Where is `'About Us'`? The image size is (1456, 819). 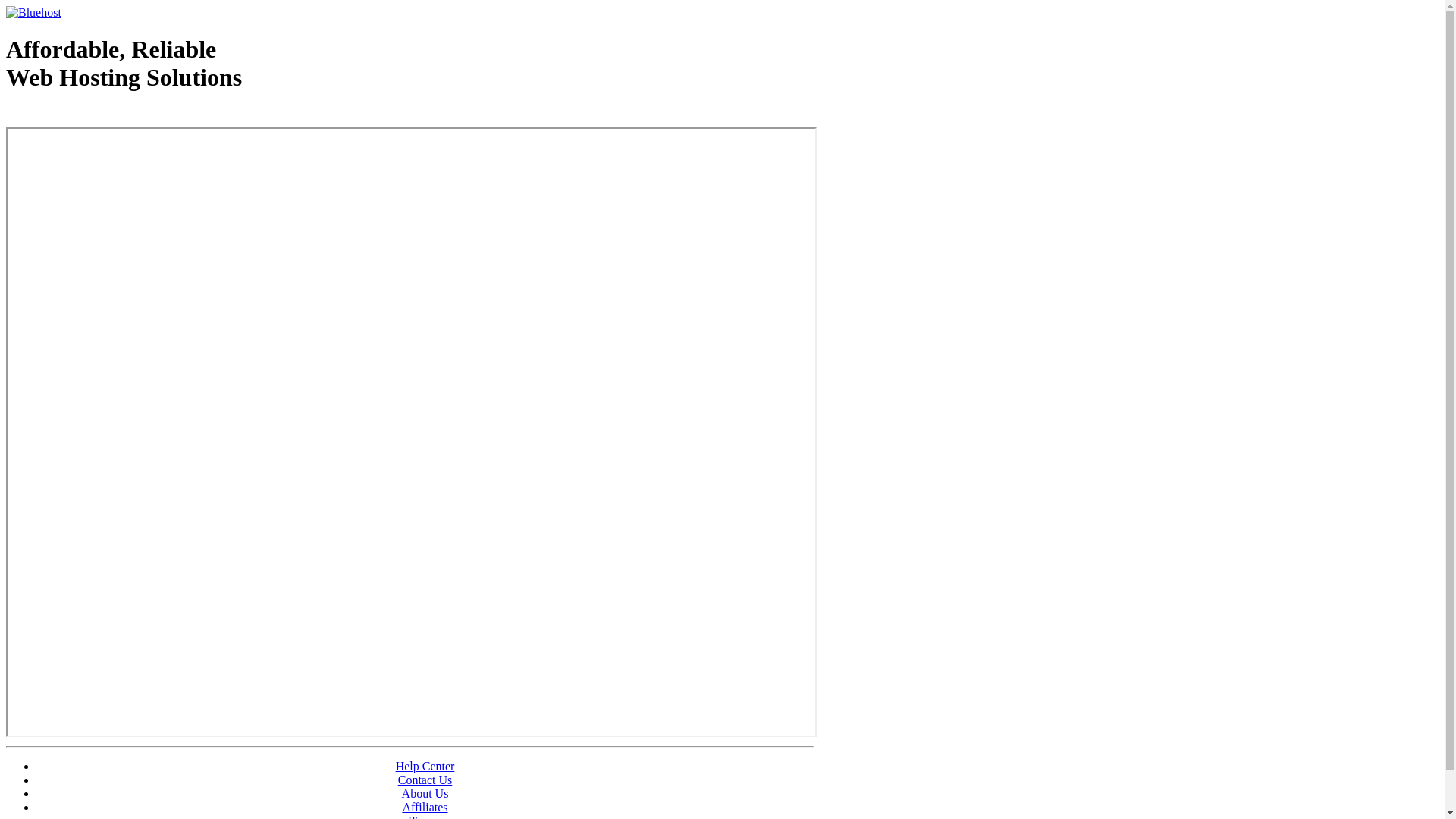
'About Us' is located at coordinates (425, 792).